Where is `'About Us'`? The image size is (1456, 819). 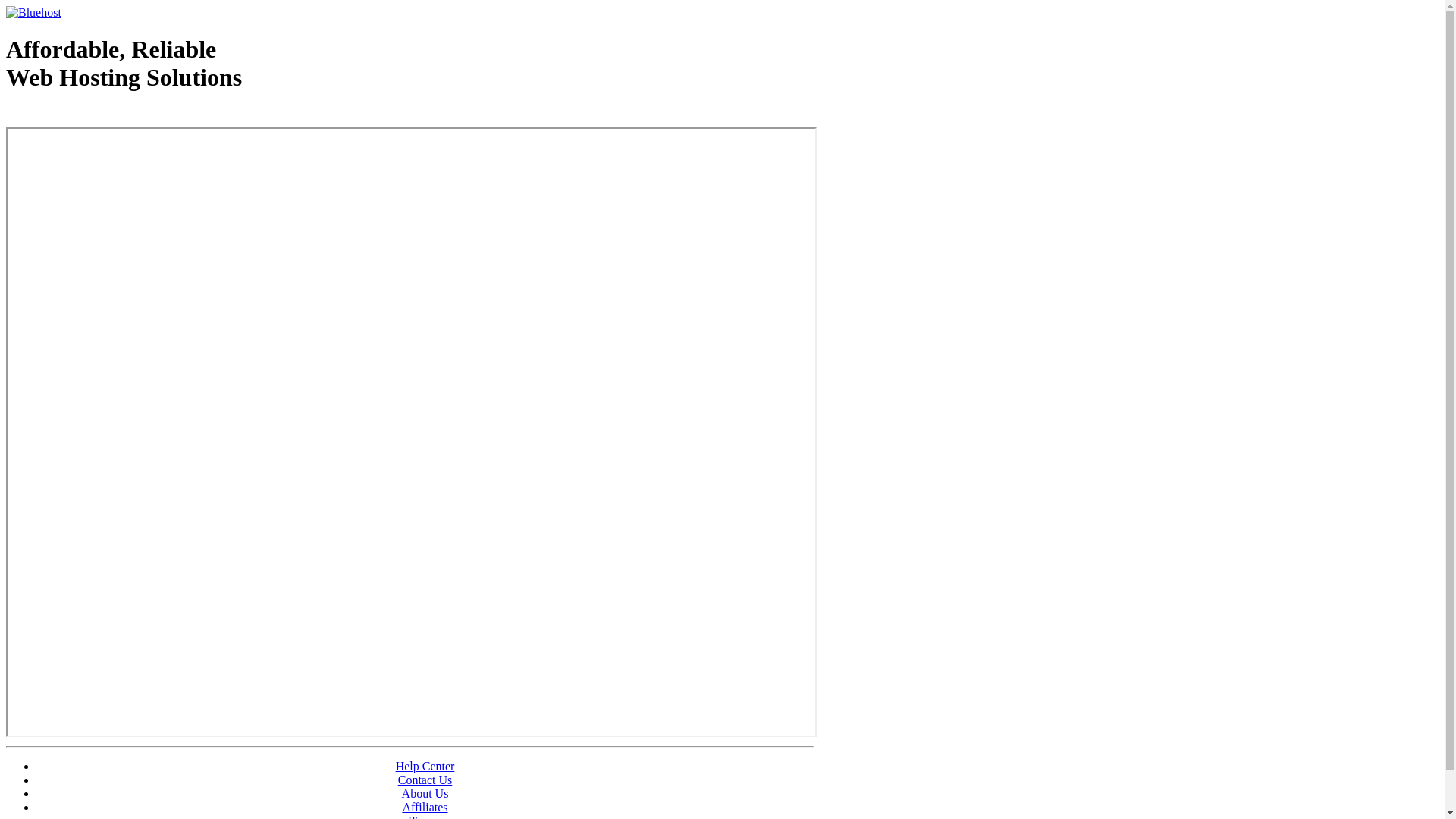
'About Us' is located at coordinates (425, 792).